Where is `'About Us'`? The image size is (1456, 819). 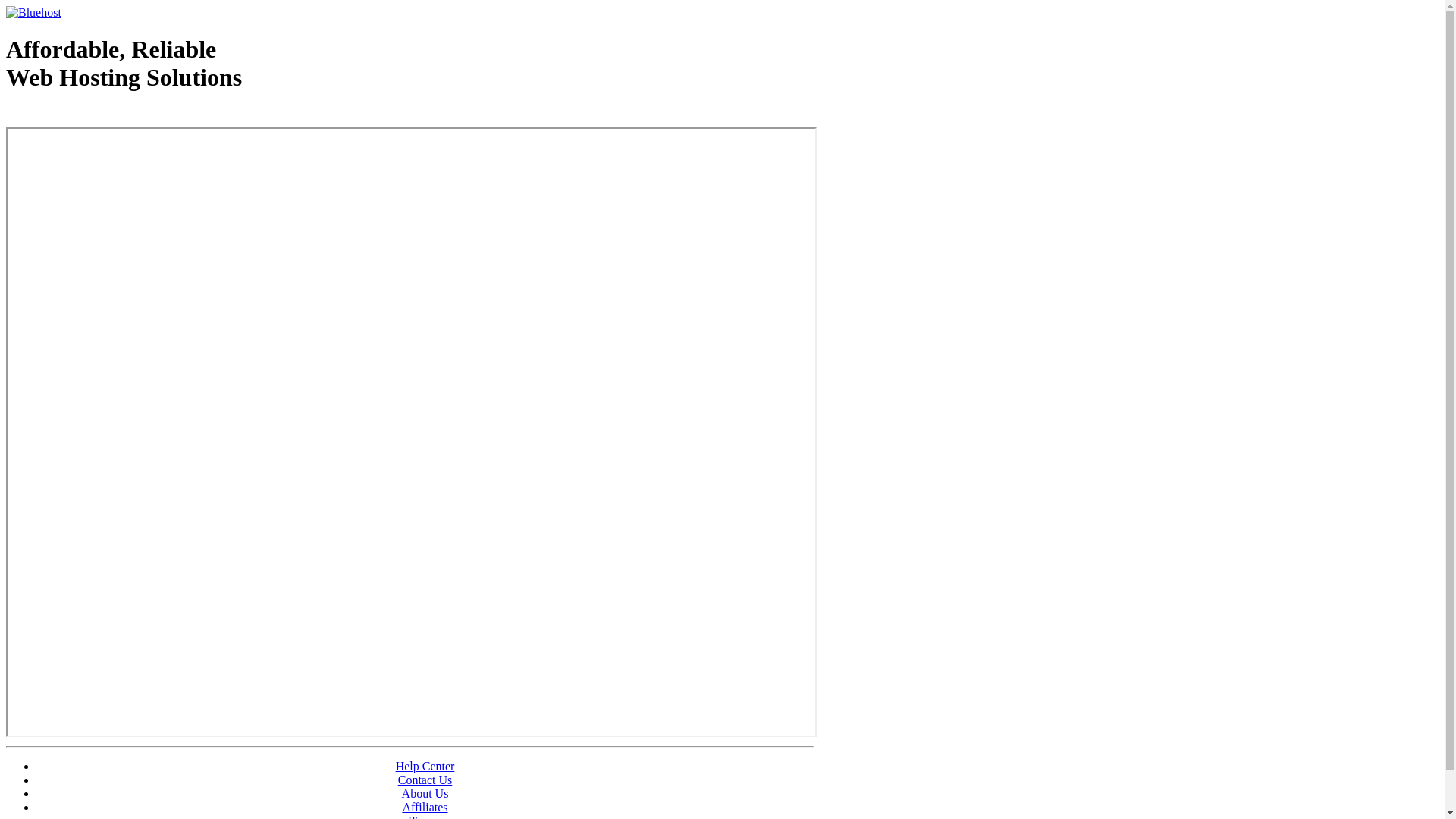
'About Us' is located at coordinates (425, 792).